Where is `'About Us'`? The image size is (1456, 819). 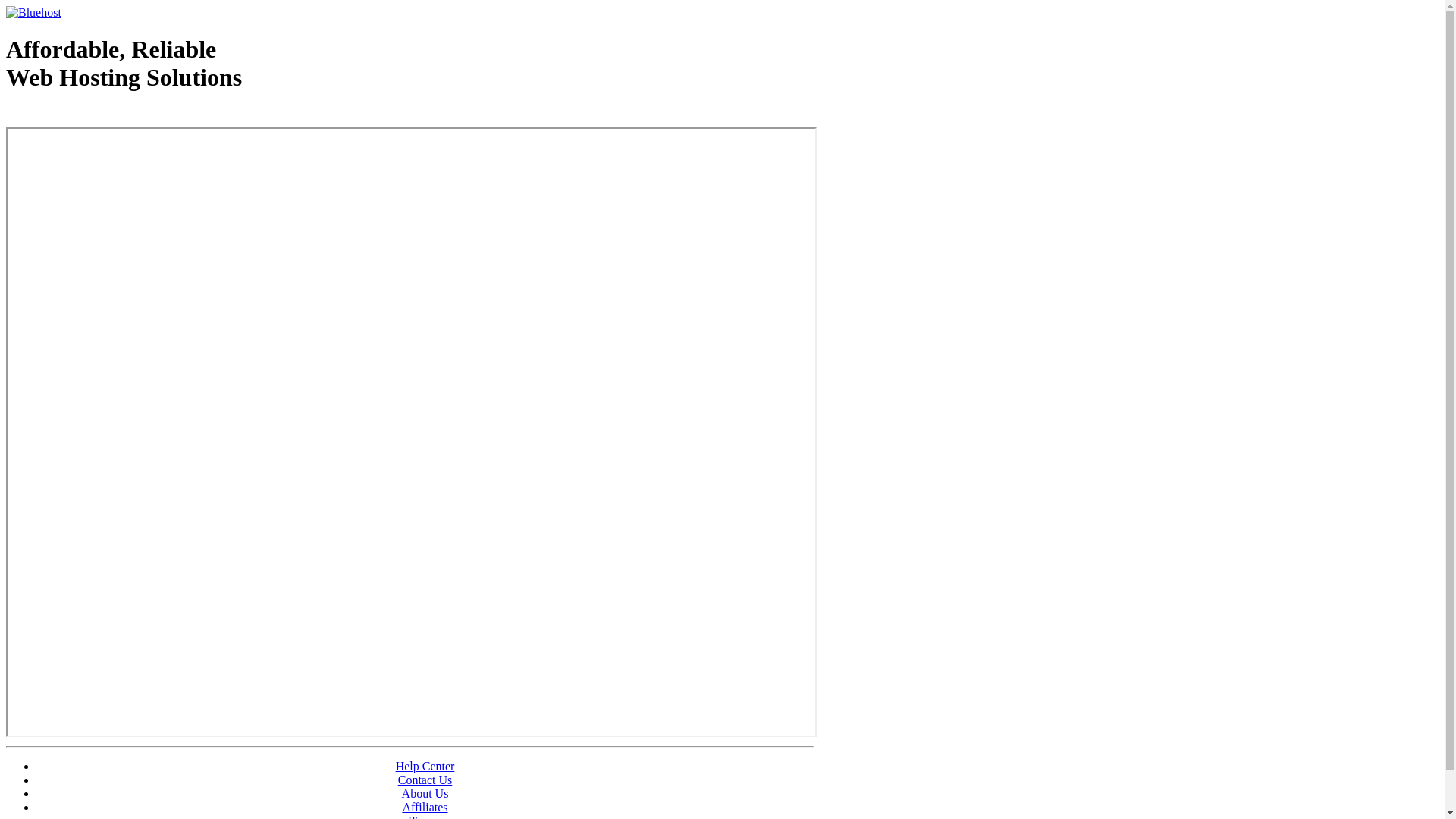
'About Us' is located at coordinates (425, 792).